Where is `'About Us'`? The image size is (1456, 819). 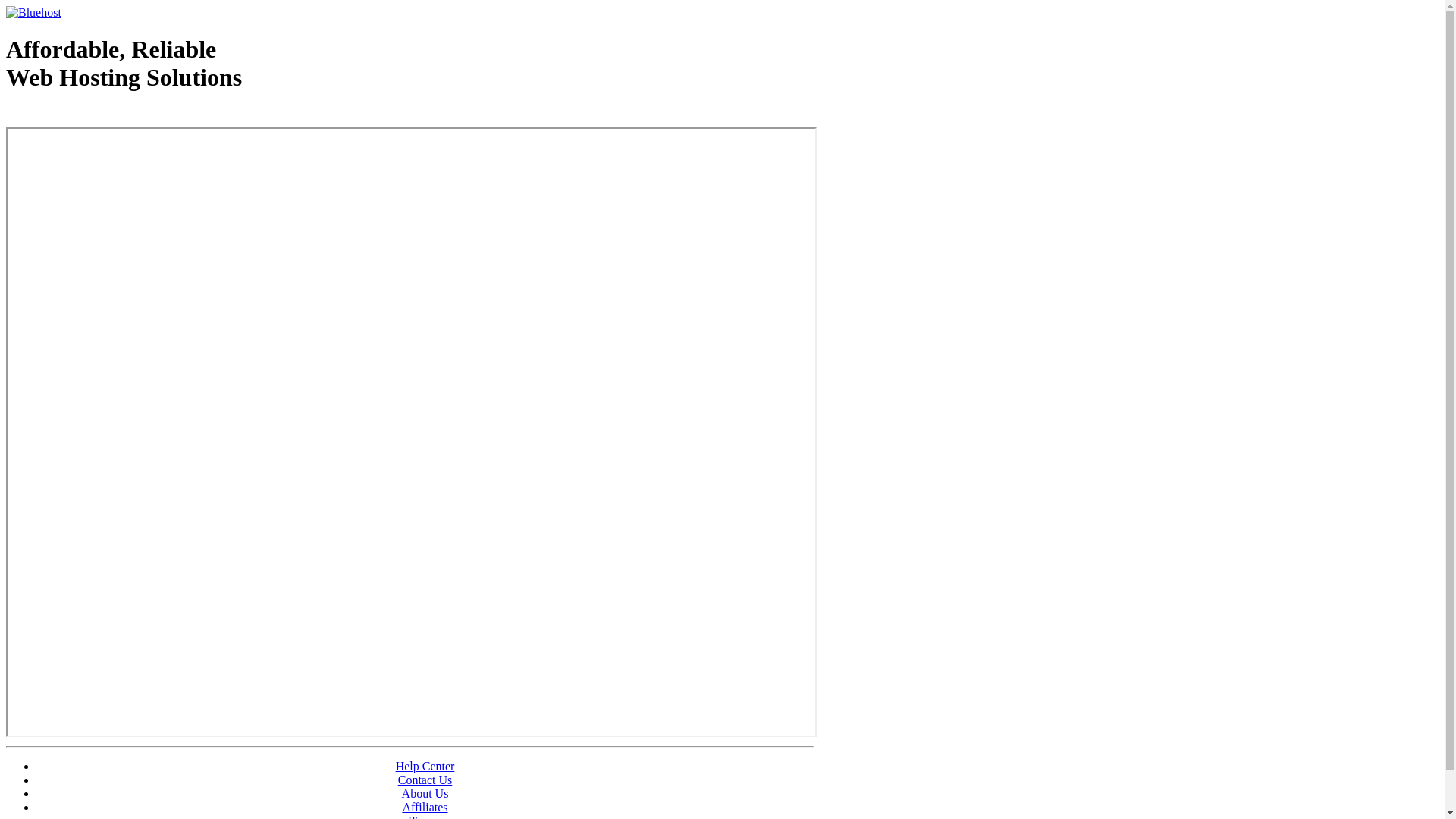
'About Us' is located at coordinates (425, 792).